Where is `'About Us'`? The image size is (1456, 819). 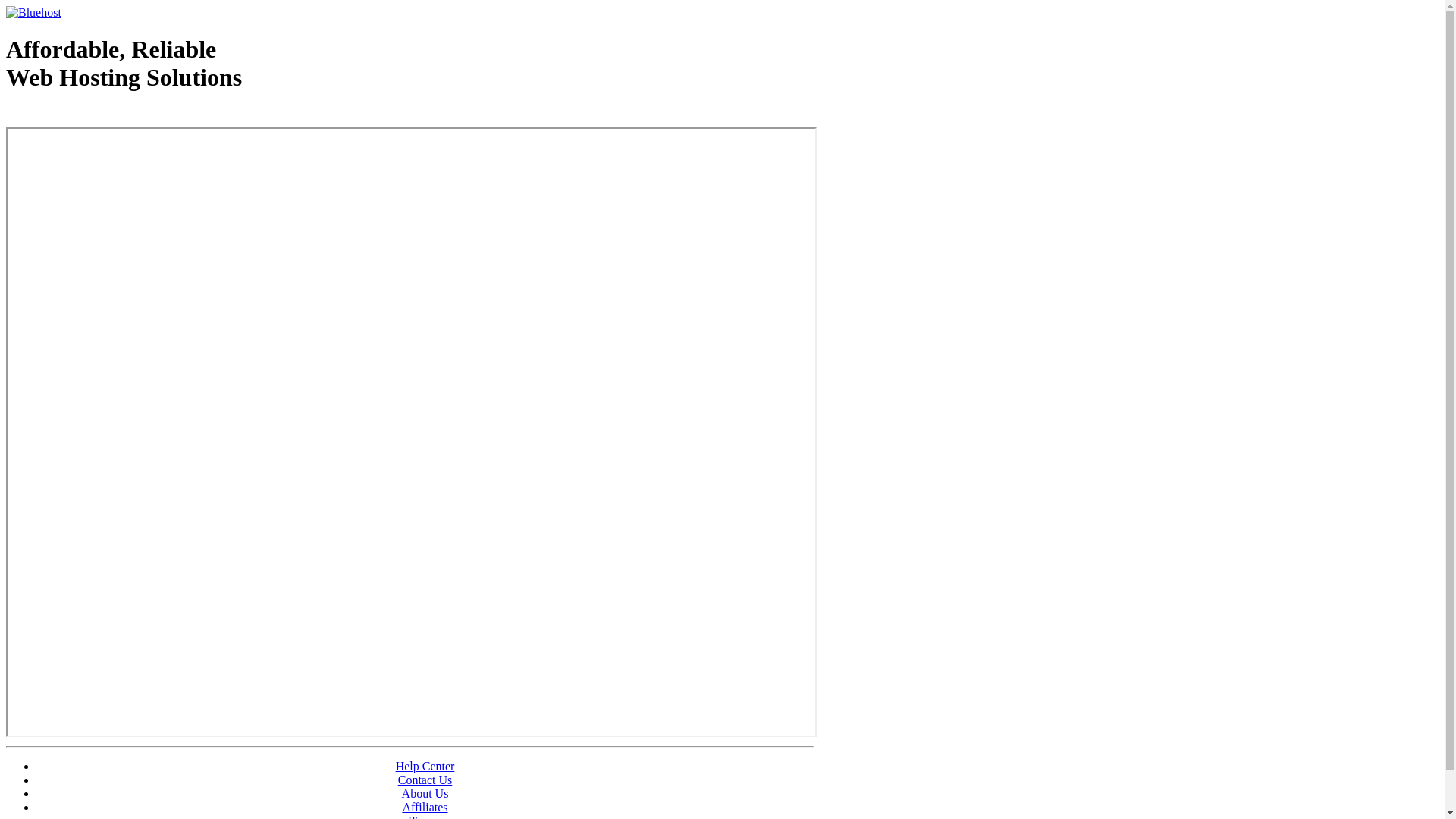
'About Us' is located at coordinates (425, 792).